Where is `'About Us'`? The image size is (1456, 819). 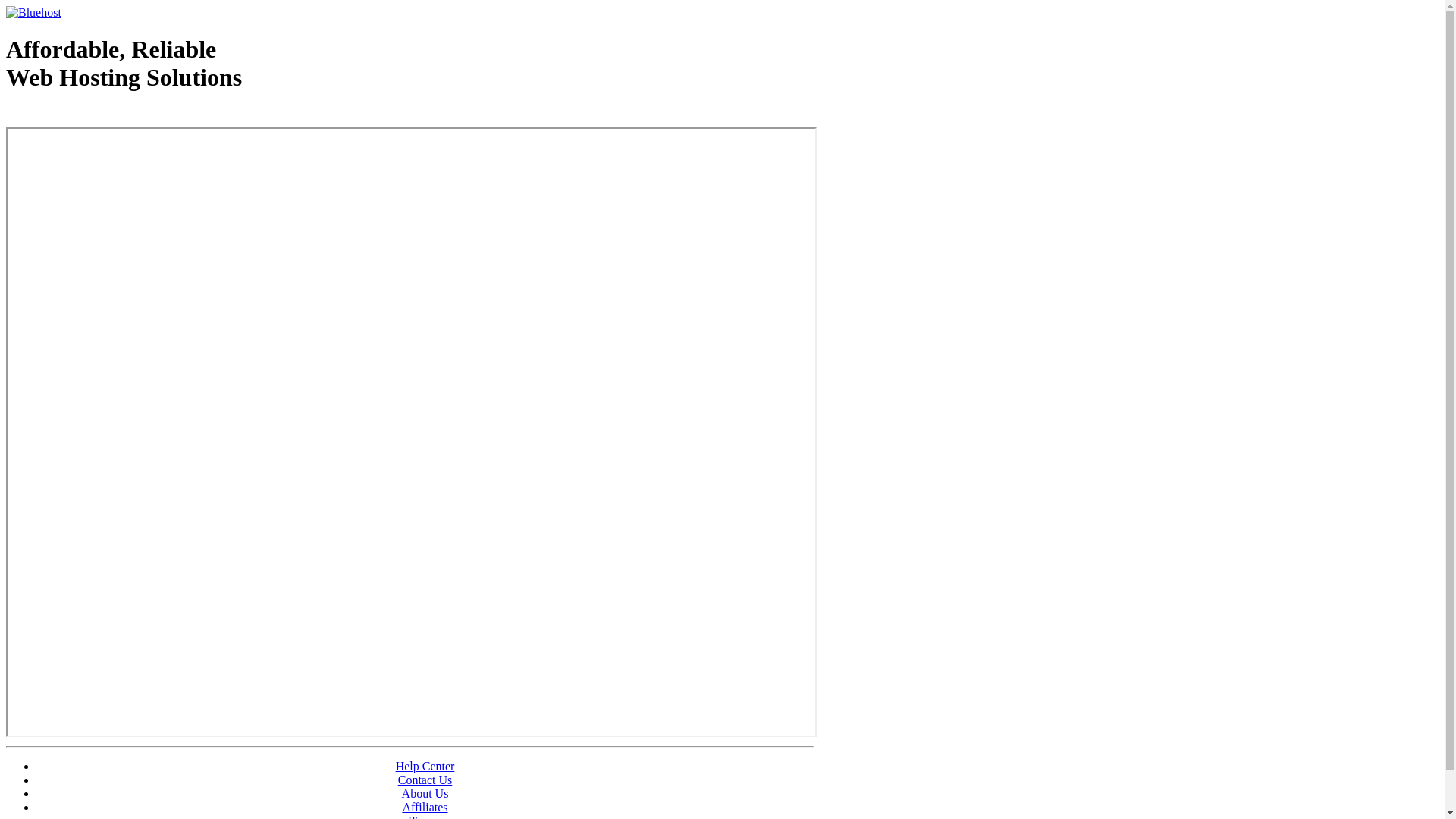
'About Us' is located at coordinates (425, 792).